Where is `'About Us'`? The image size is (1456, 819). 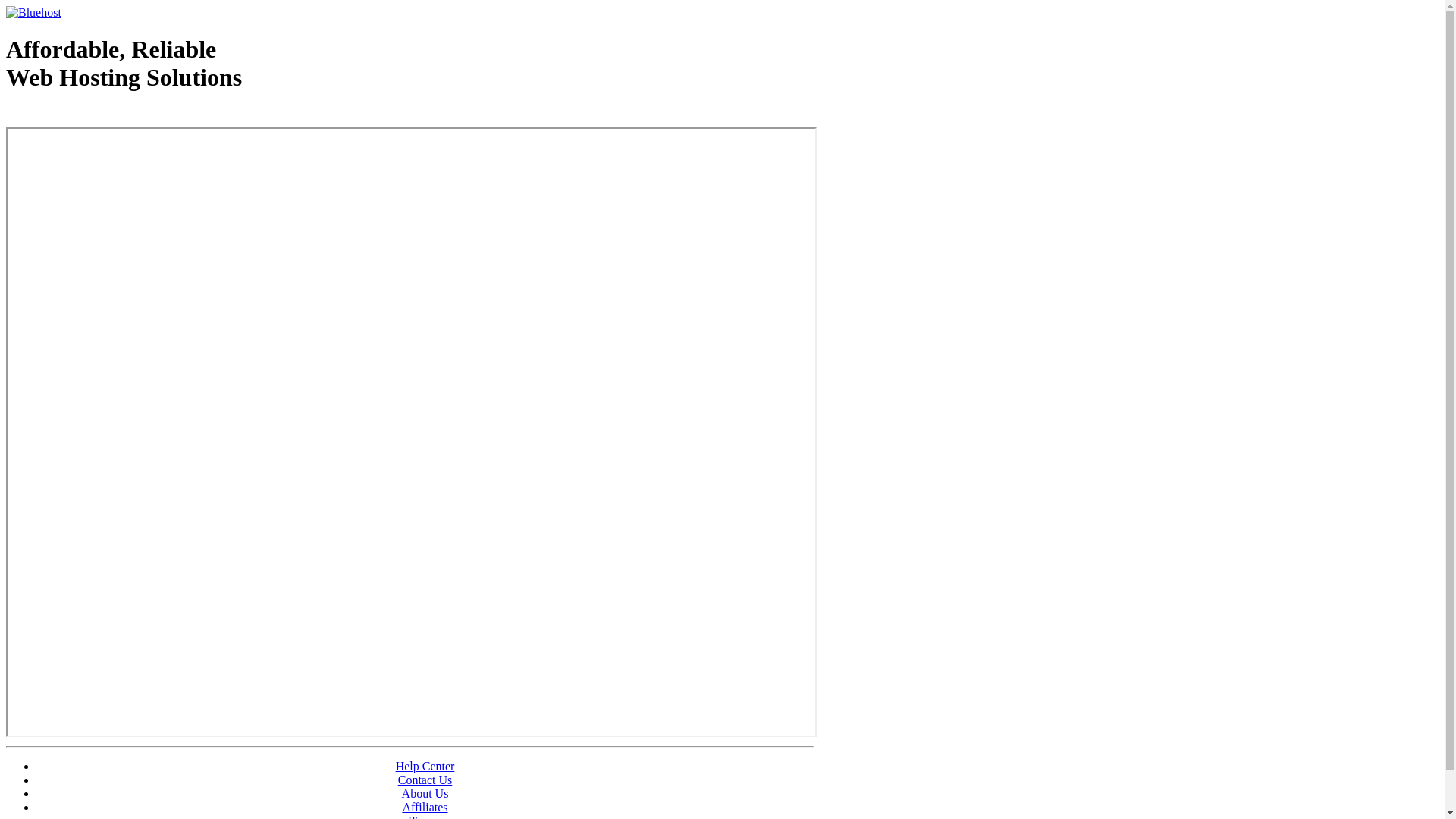
'About Us' is located at coordinates (425, 792).